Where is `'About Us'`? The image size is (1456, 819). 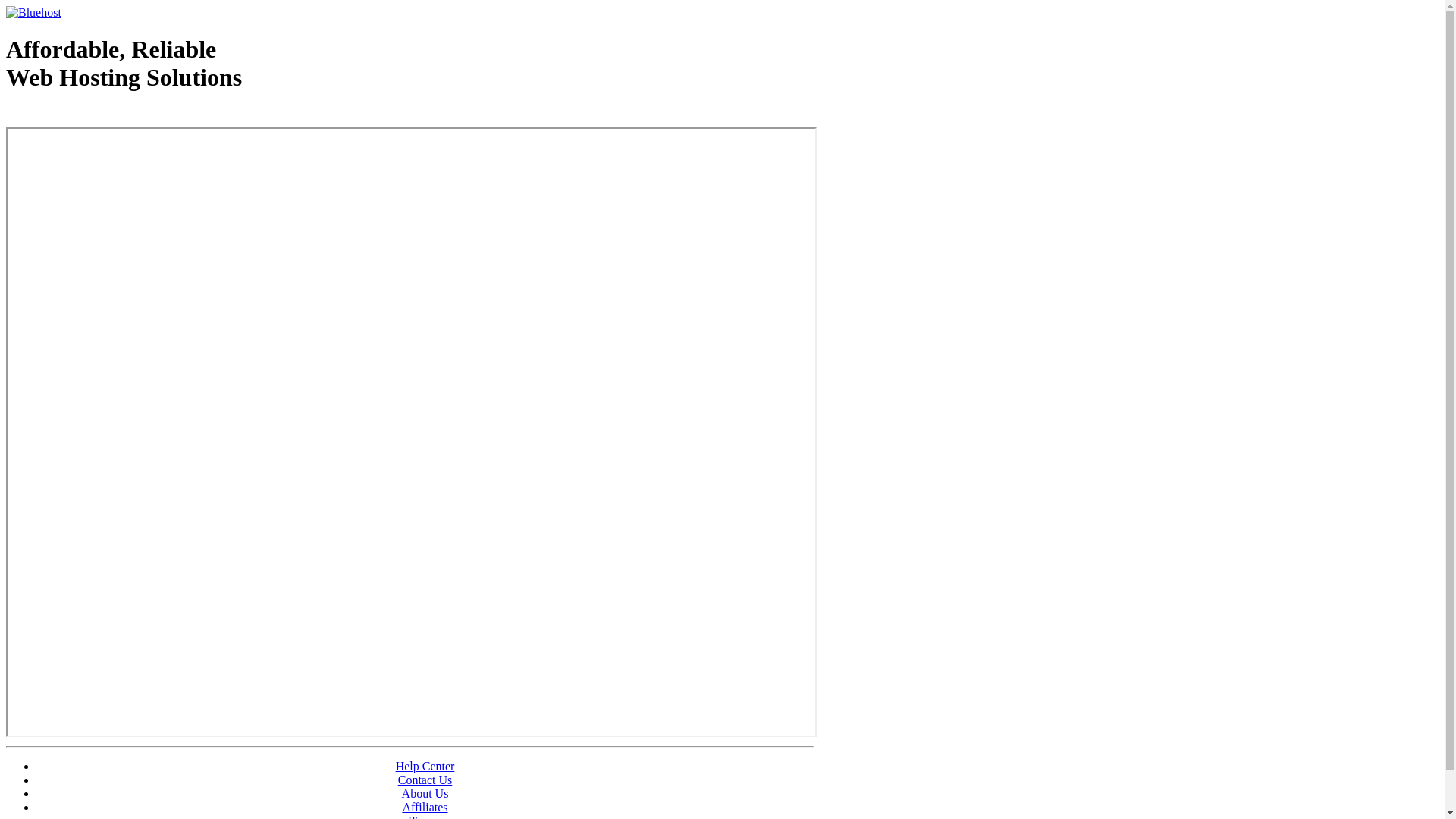
'About Us' is located at coordinates (425, 792).